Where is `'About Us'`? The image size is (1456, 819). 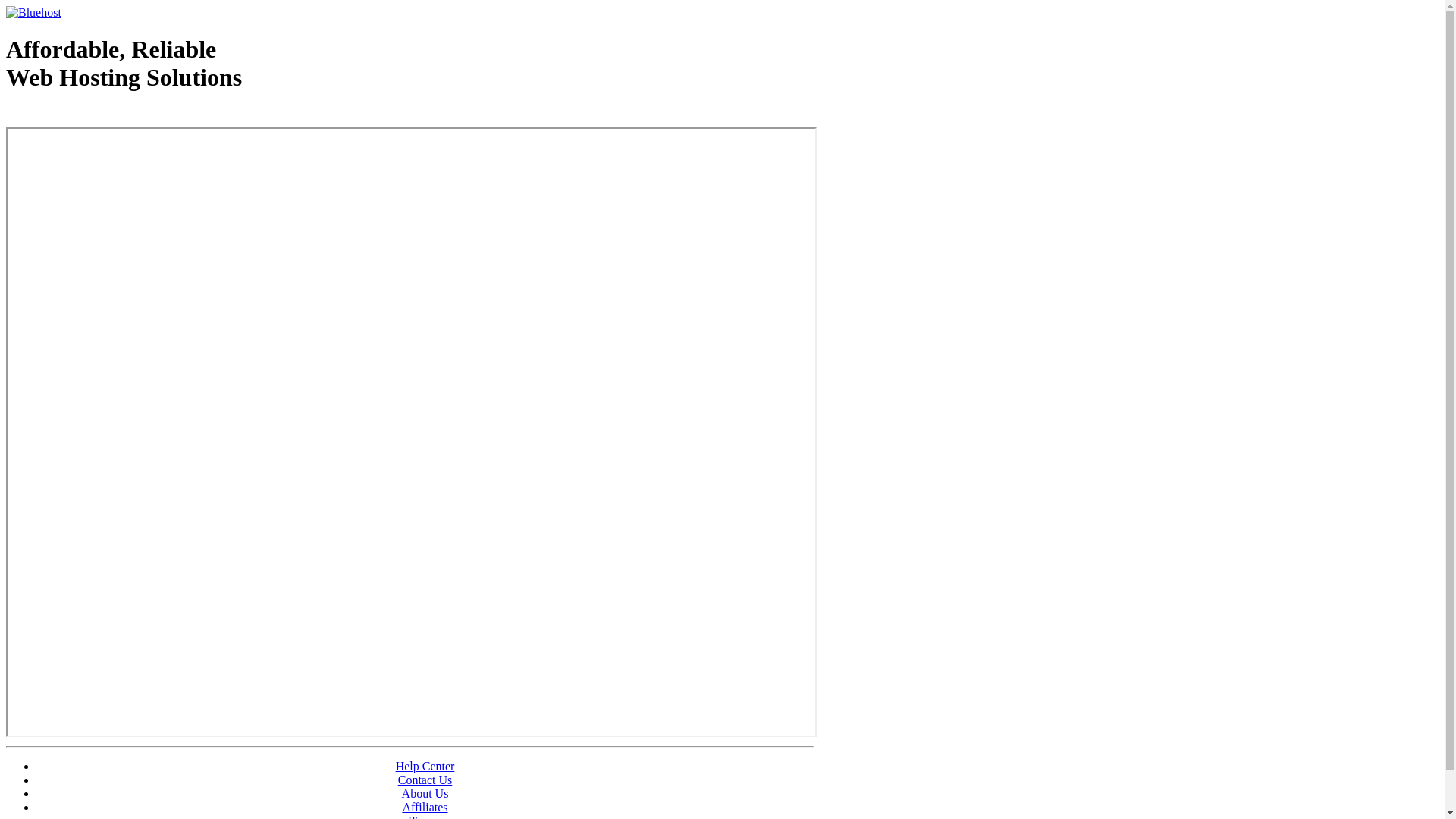
'About Us' is located at coordinates (425, 792).